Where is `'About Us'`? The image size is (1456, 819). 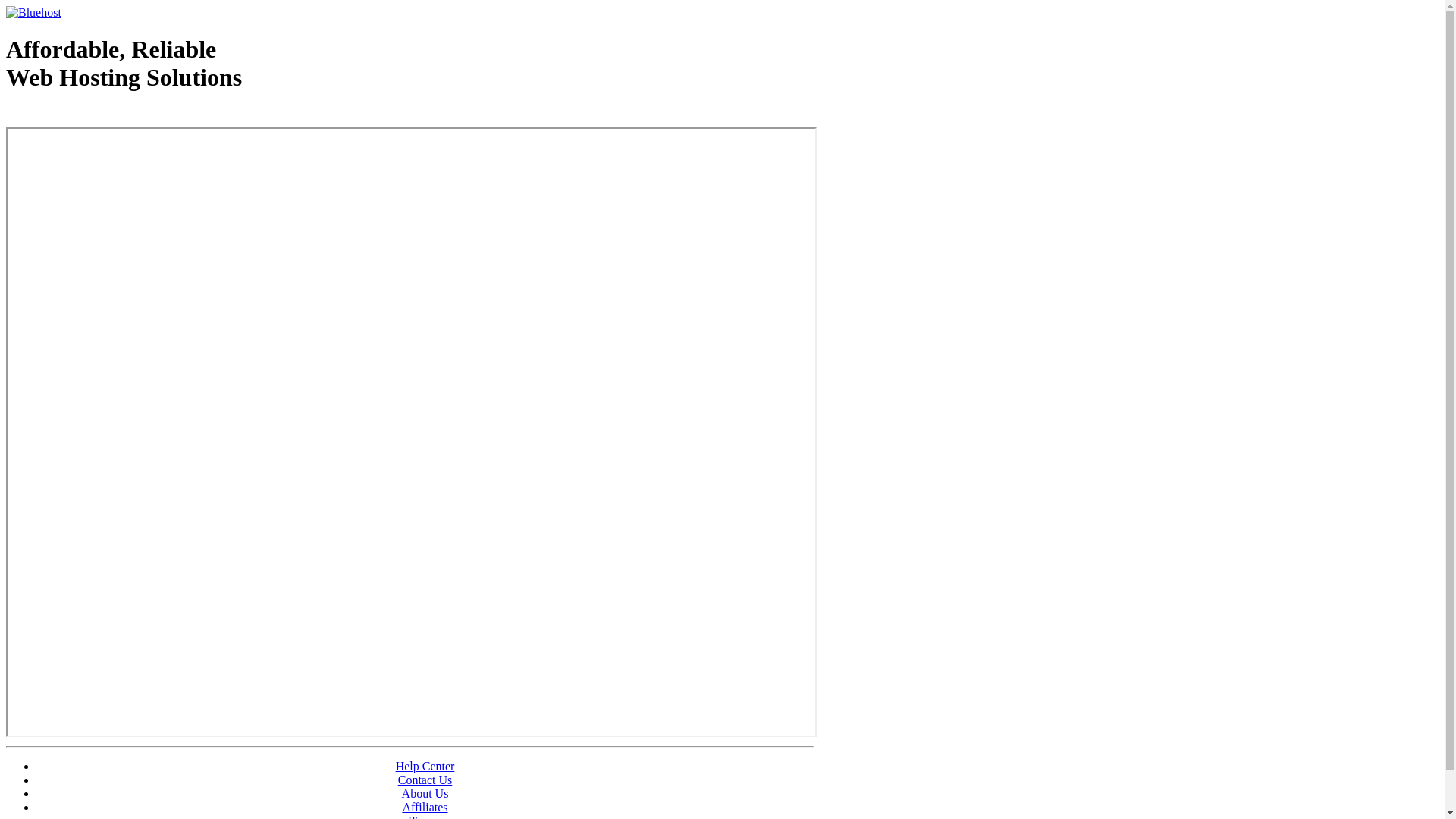
'About Us' is located at coordinates (425, 792).